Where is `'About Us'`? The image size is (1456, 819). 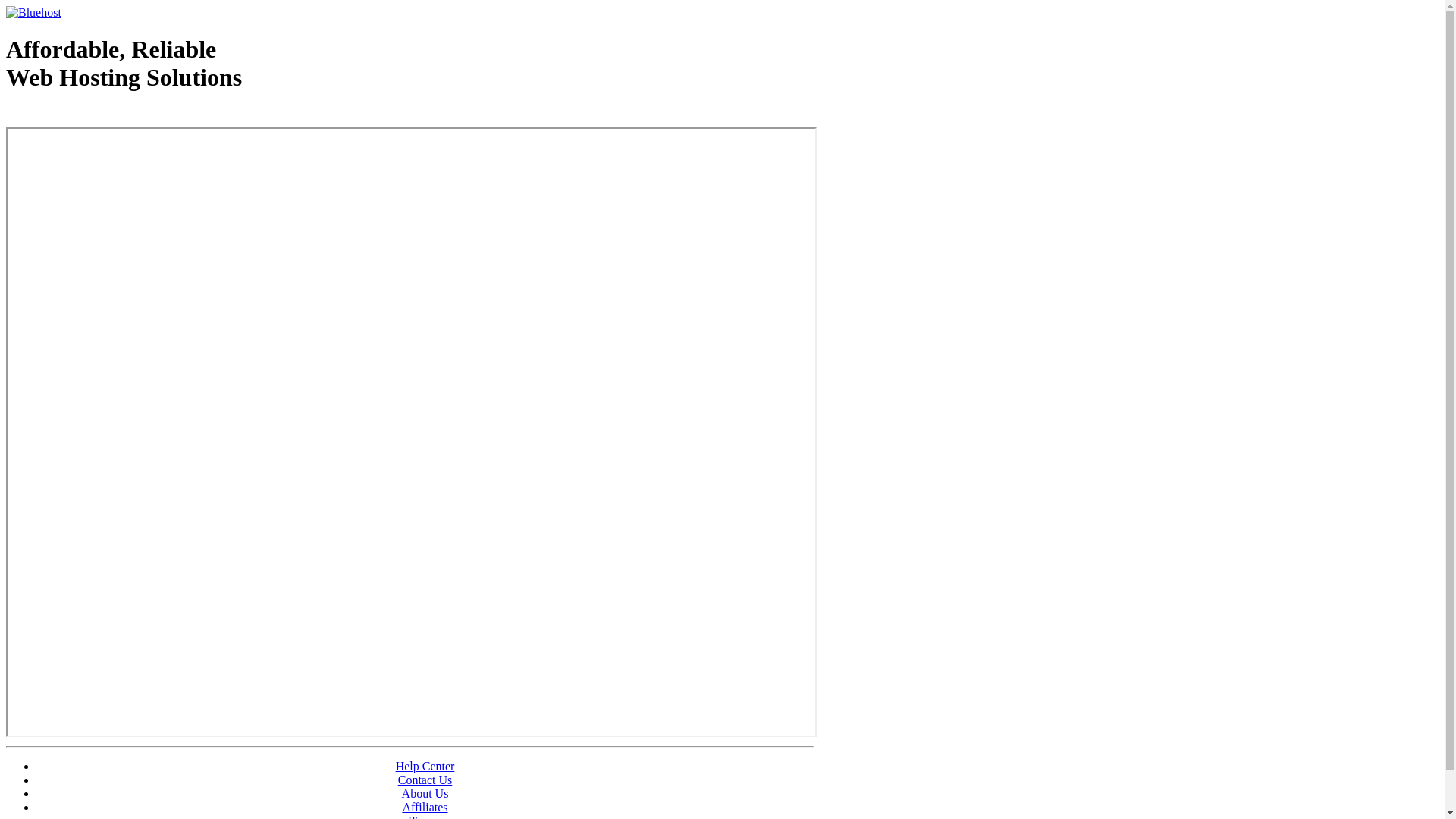
'About Us' is located at coordinates (425, 792).